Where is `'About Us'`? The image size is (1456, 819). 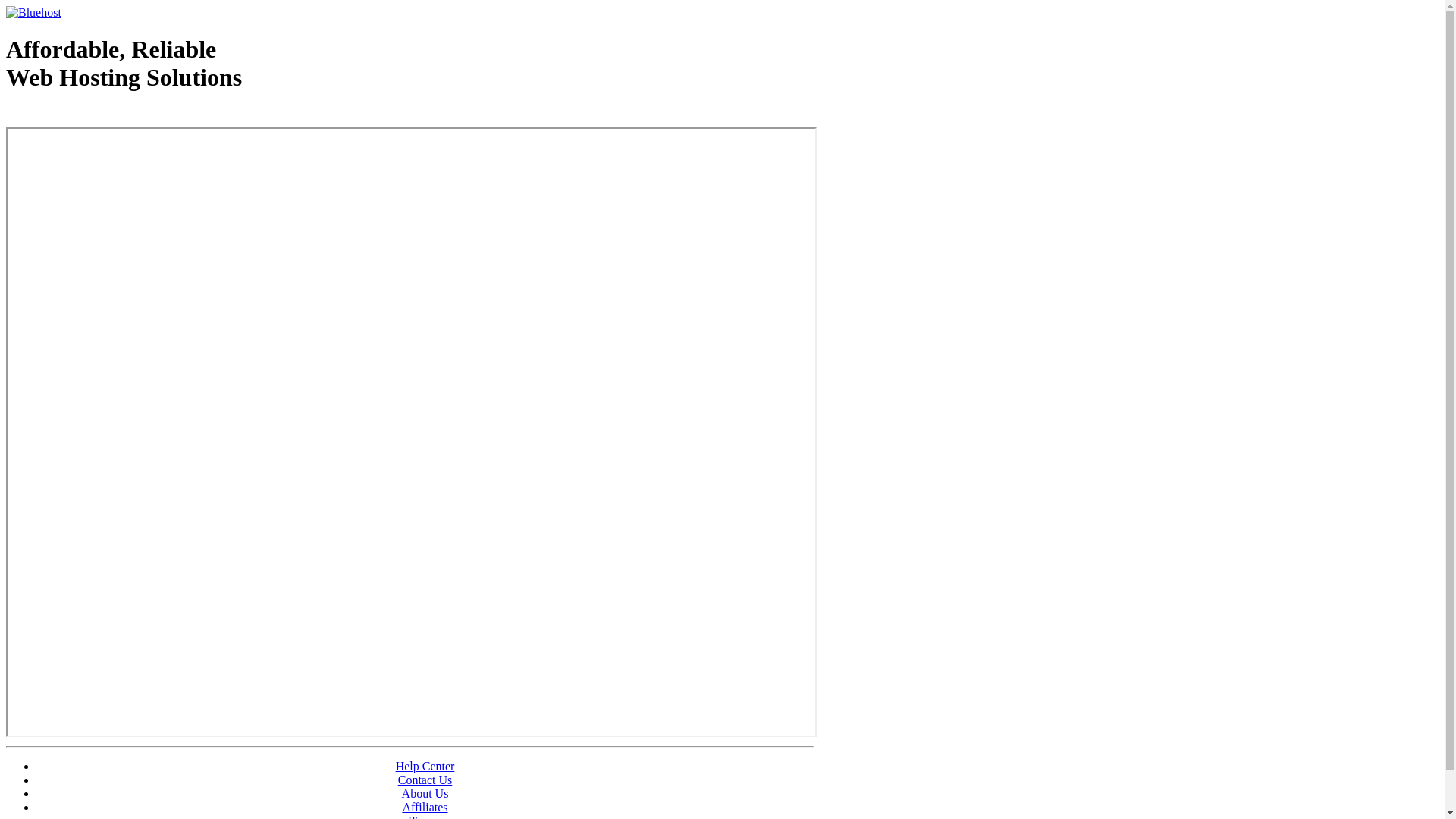
'About Us' is located at coordinates (425, 792).